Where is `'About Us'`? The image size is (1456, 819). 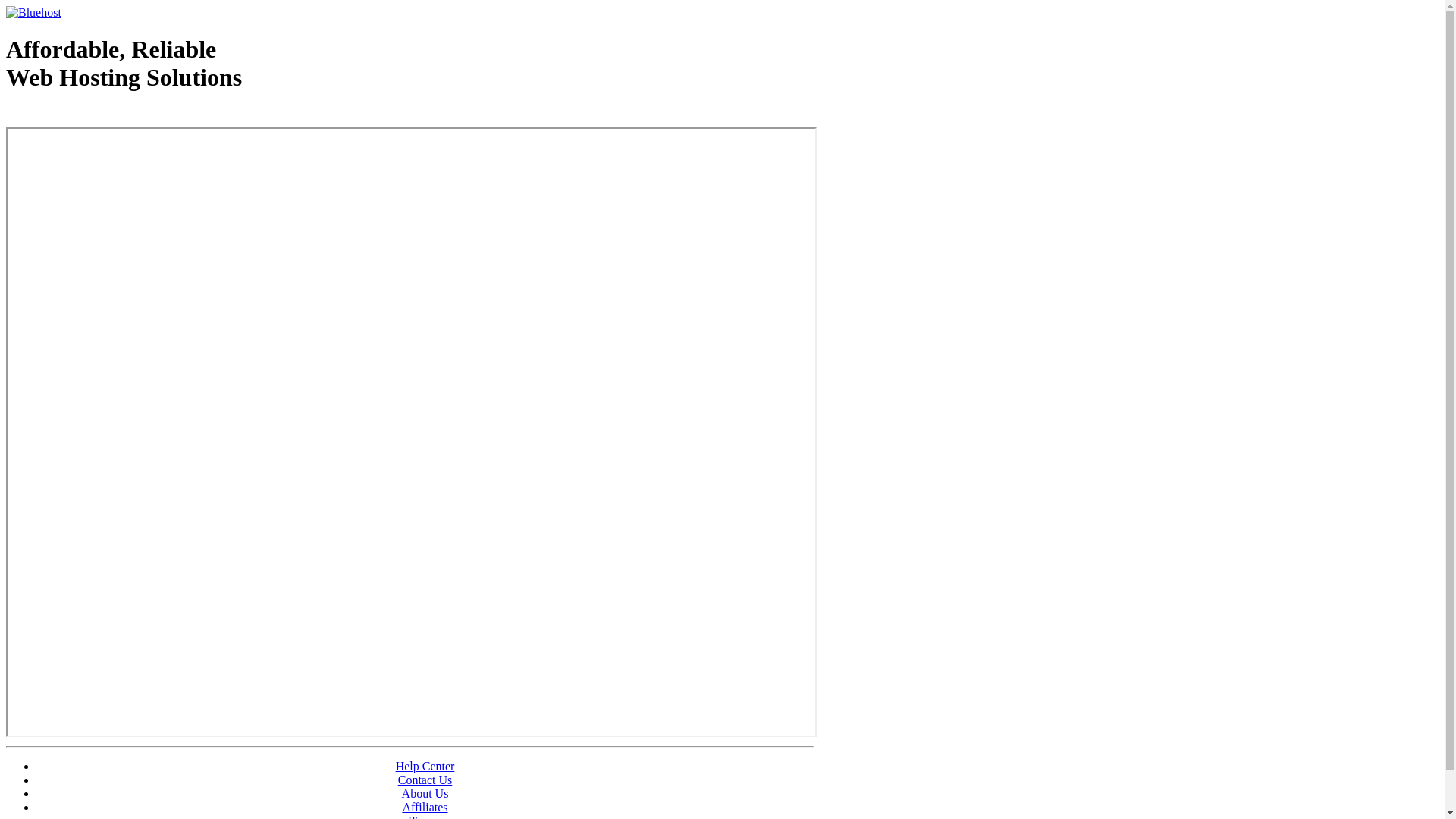
'About Us' is located at coordinates (425, 792).